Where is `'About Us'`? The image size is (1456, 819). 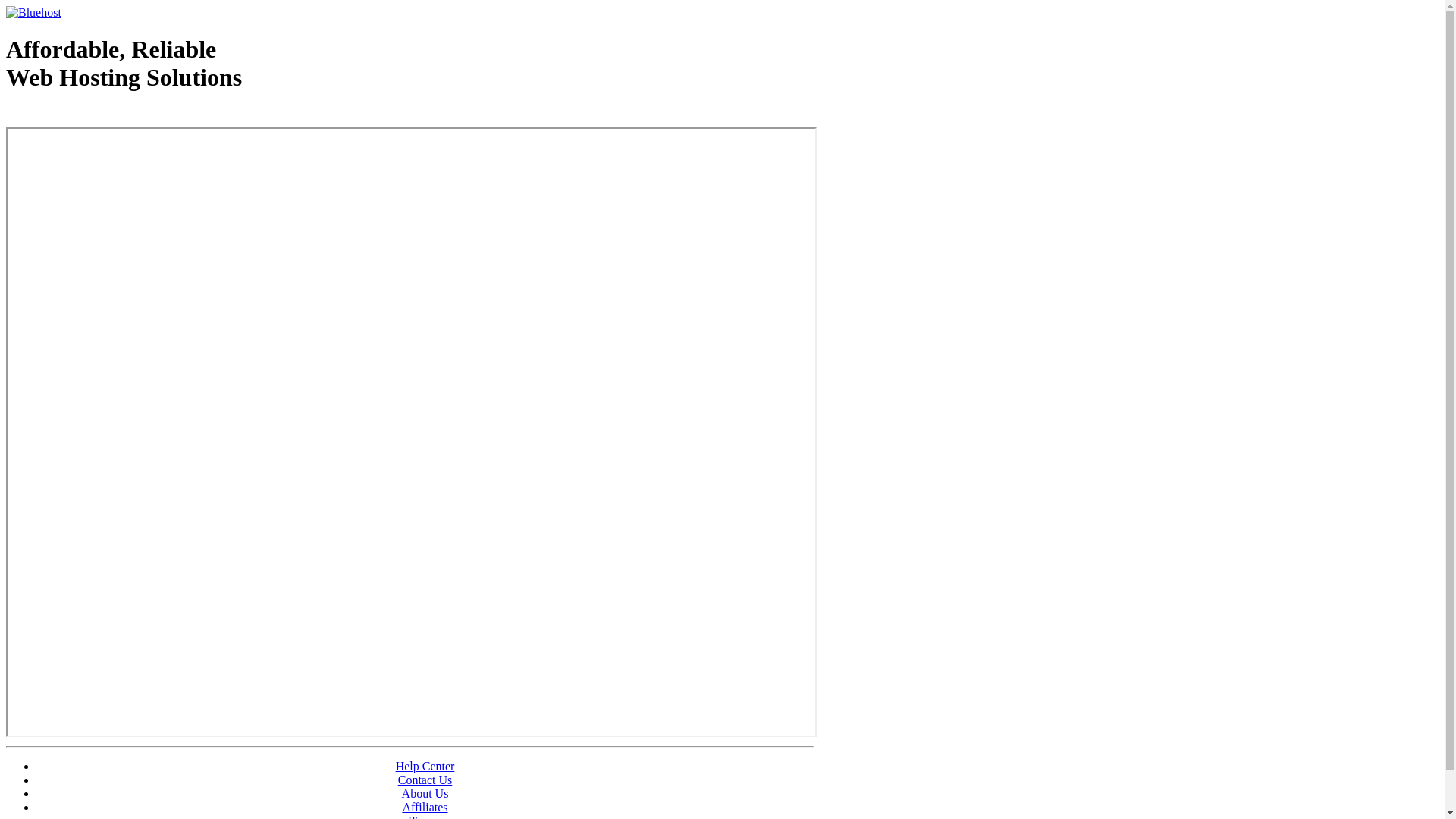
'About Us' is located at coordinates (425, 792).